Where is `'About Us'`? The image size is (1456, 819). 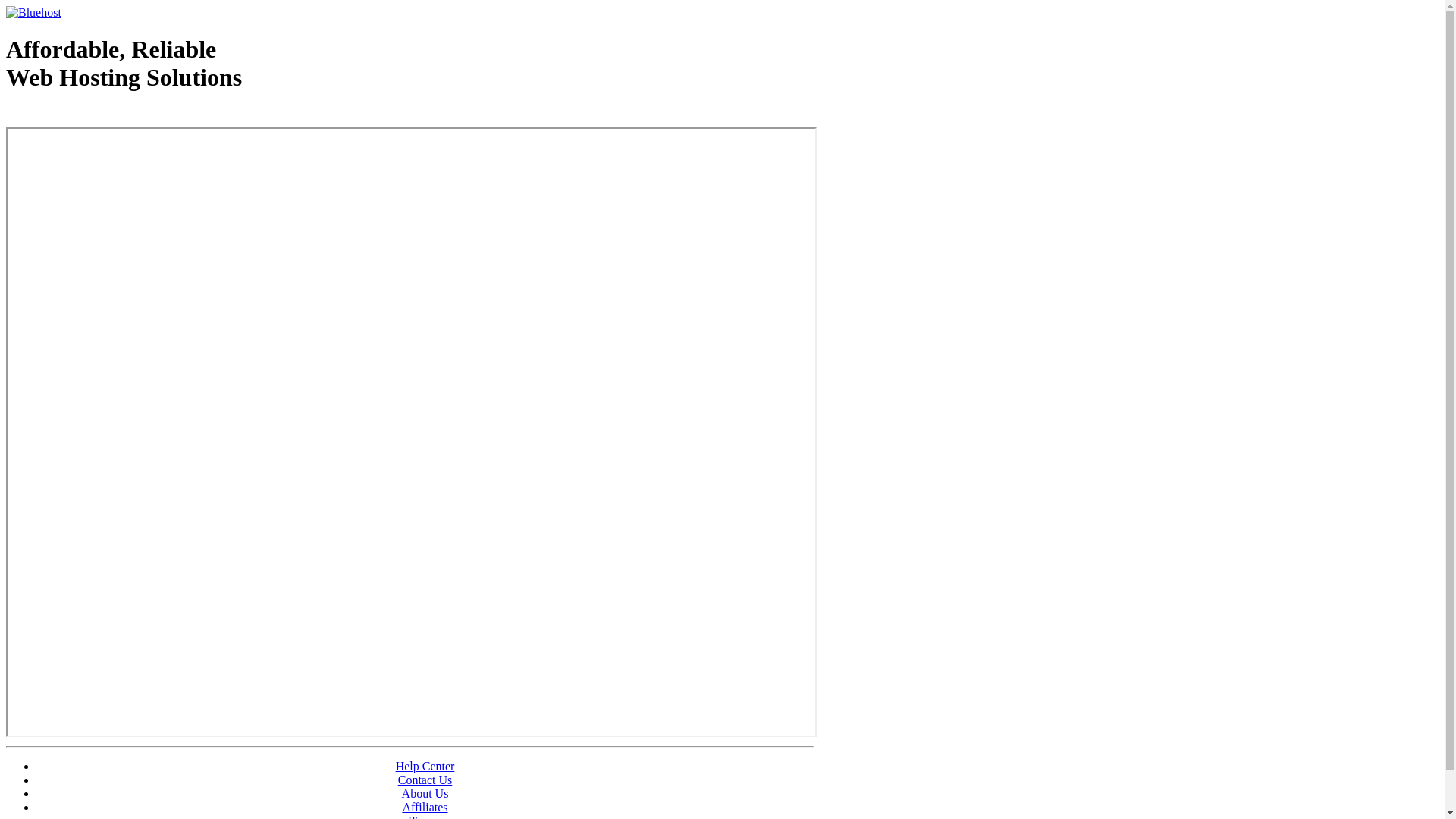
'About Us' is located at coordinates (425, 792).